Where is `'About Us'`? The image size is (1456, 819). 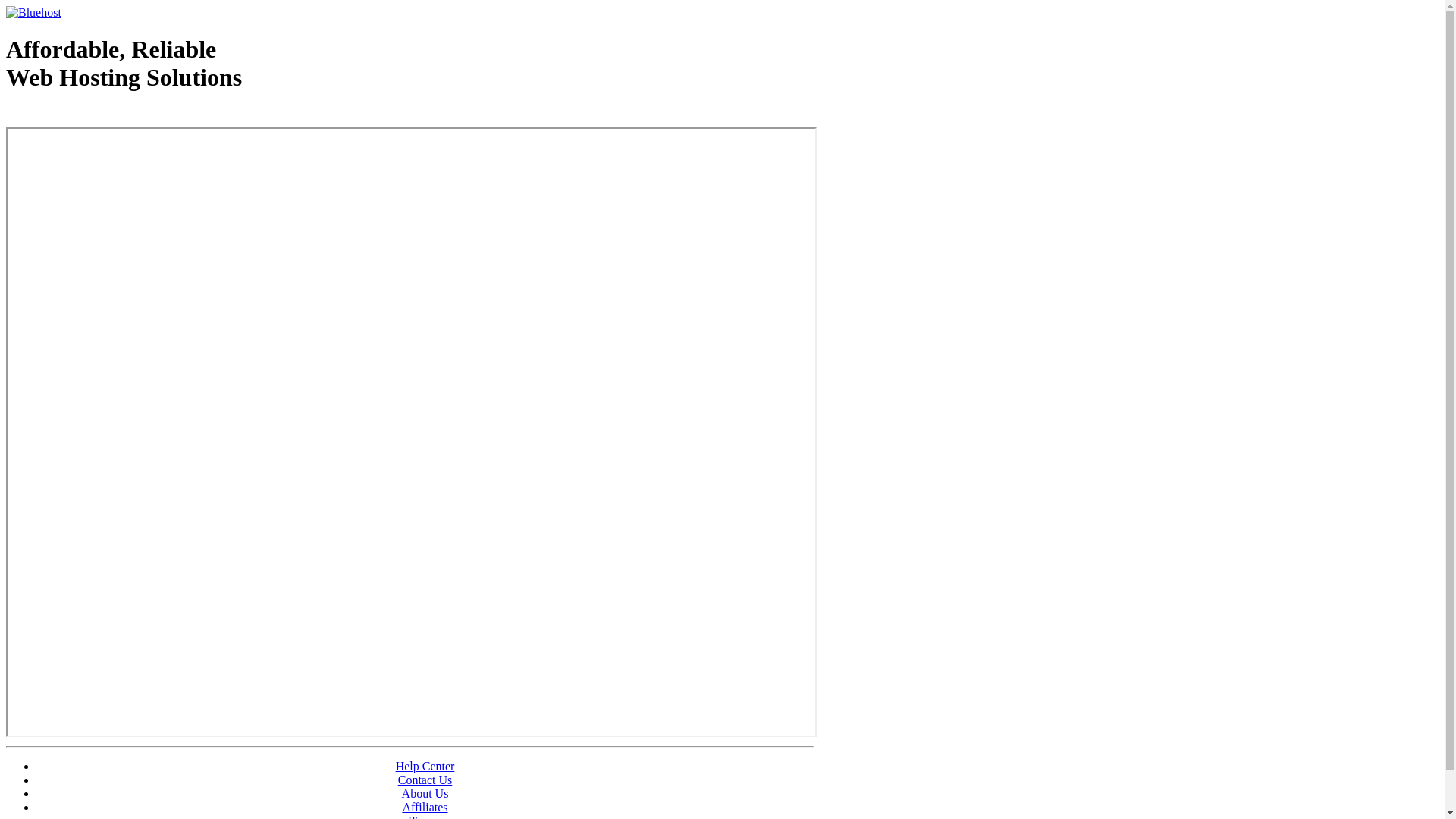
'About Us' is located at coordinates (425, 792).